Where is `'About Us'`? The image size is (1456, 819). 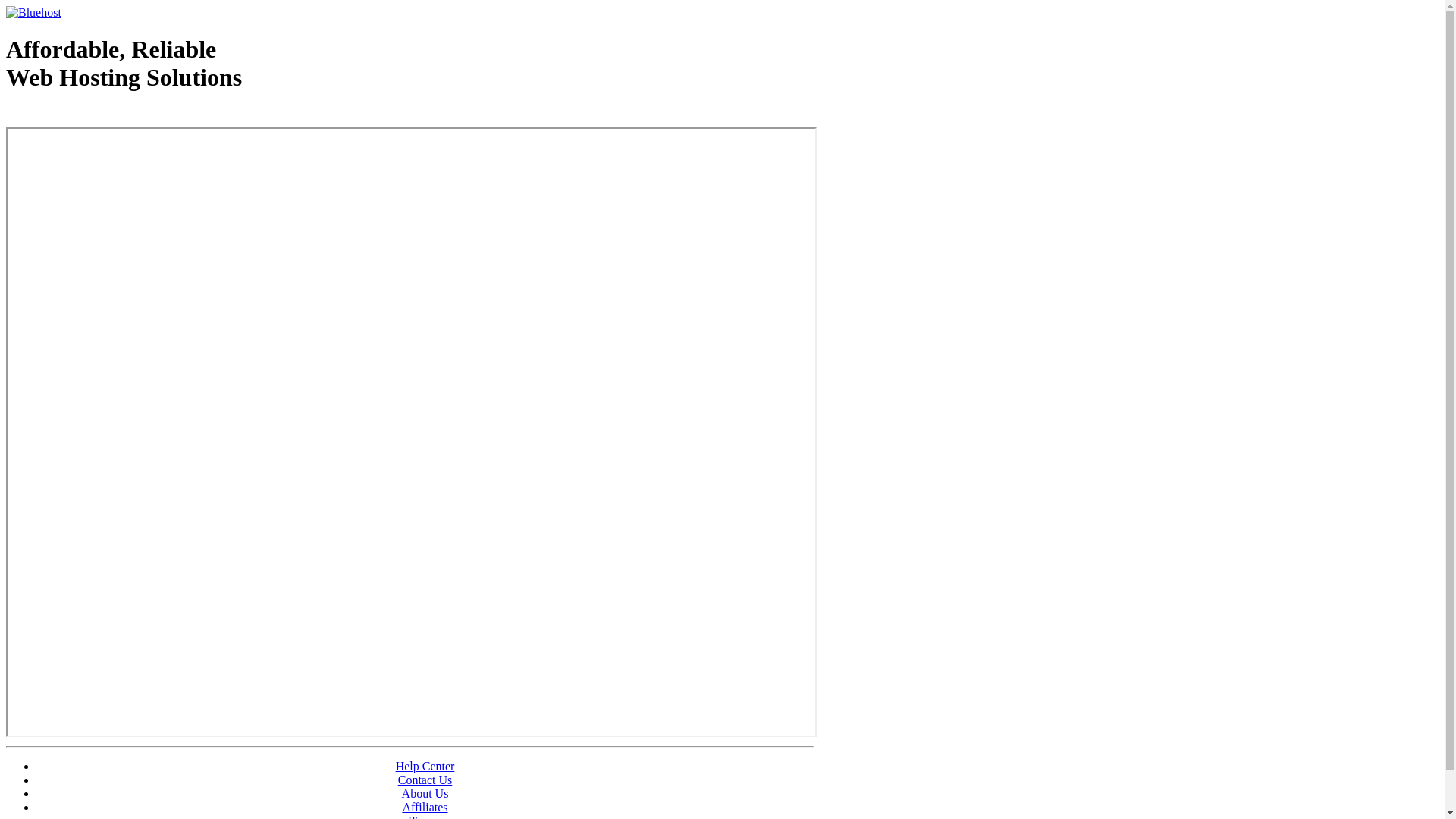
'About Us' is located at coordinates (425, 792).